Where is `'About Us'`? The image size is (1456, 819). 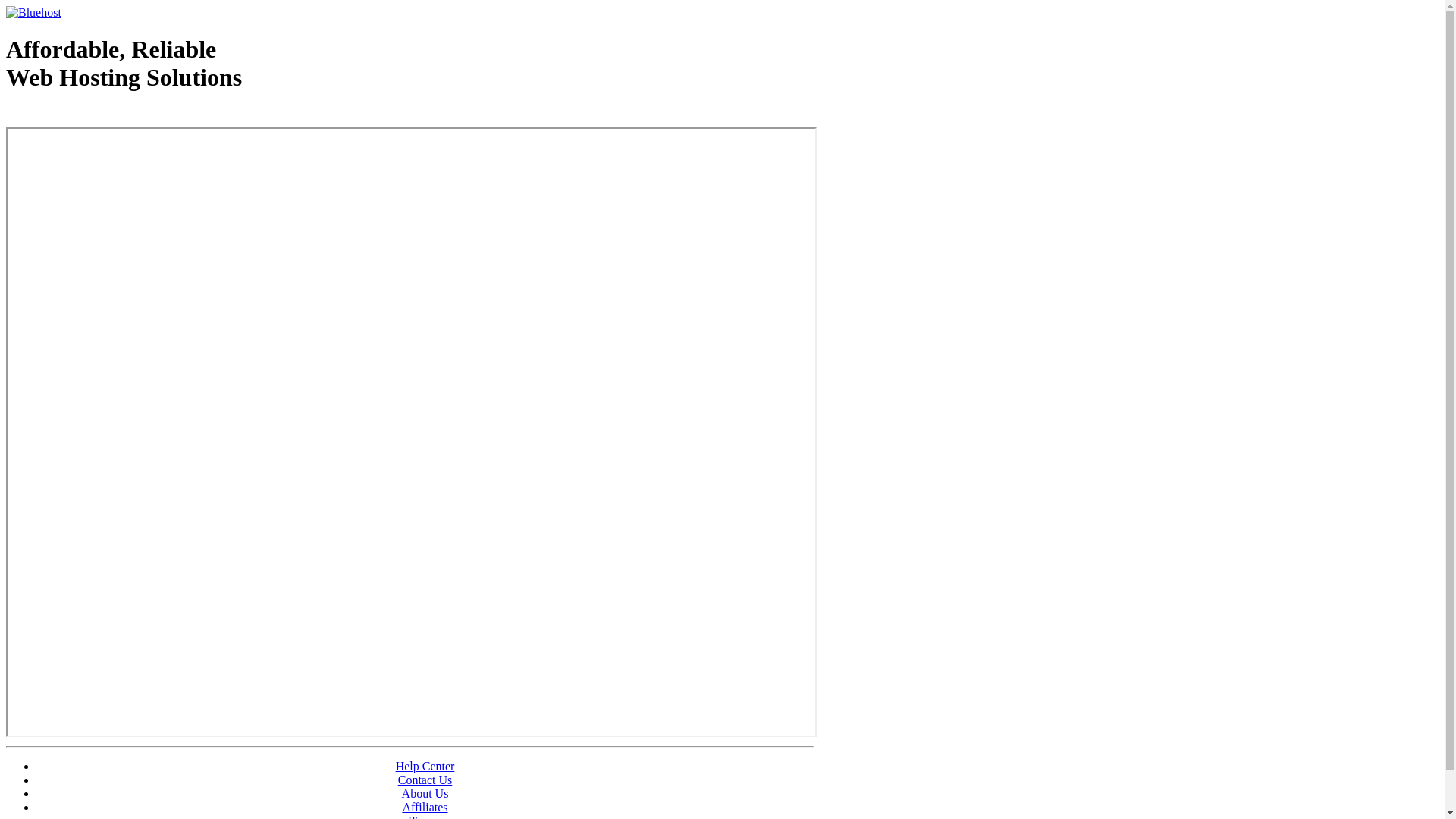
'About Us' is located at coordinates (425, 792).